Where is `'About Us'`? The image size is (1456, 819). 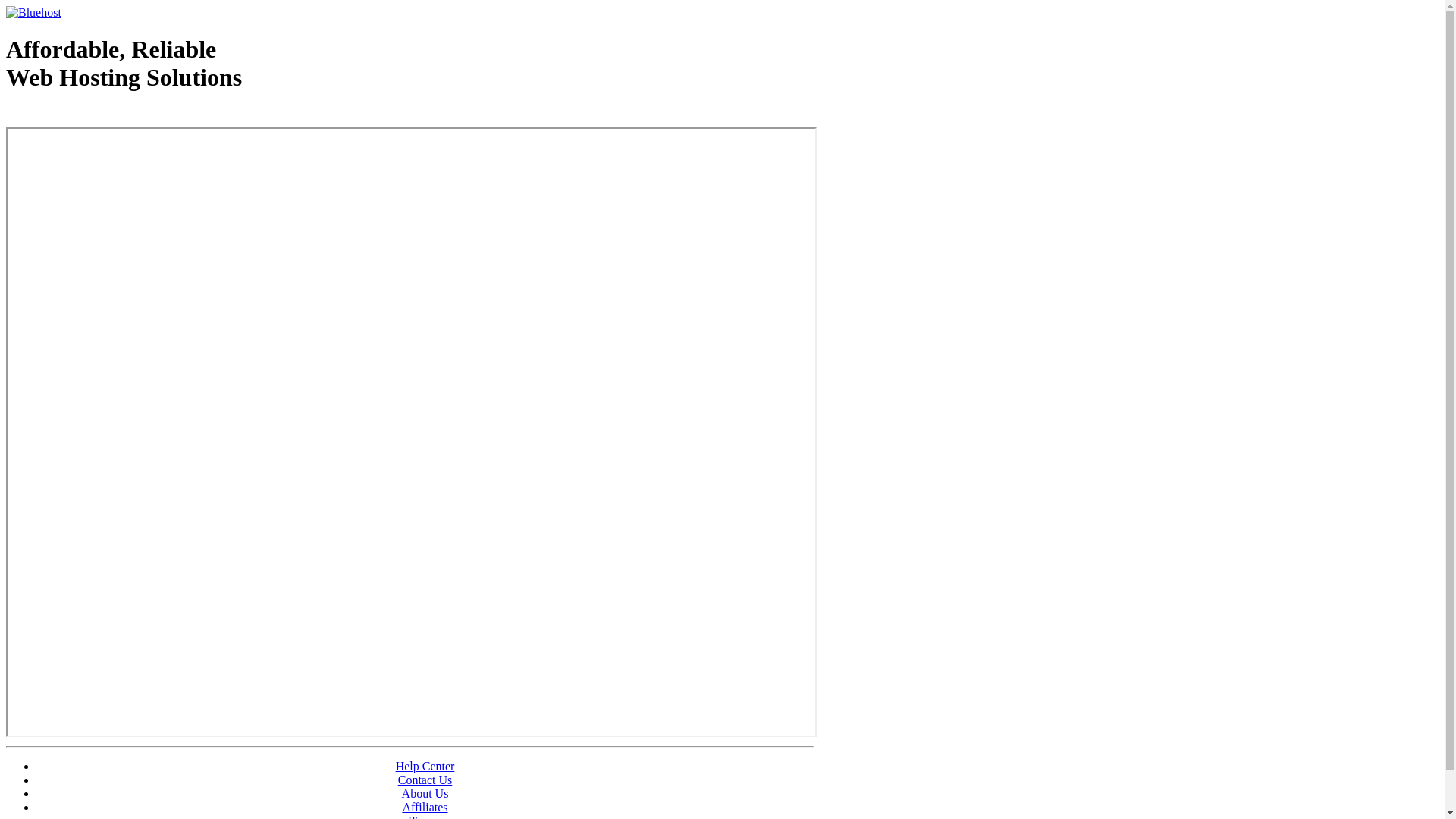
'About Us' is located at coordinates (425, 792).